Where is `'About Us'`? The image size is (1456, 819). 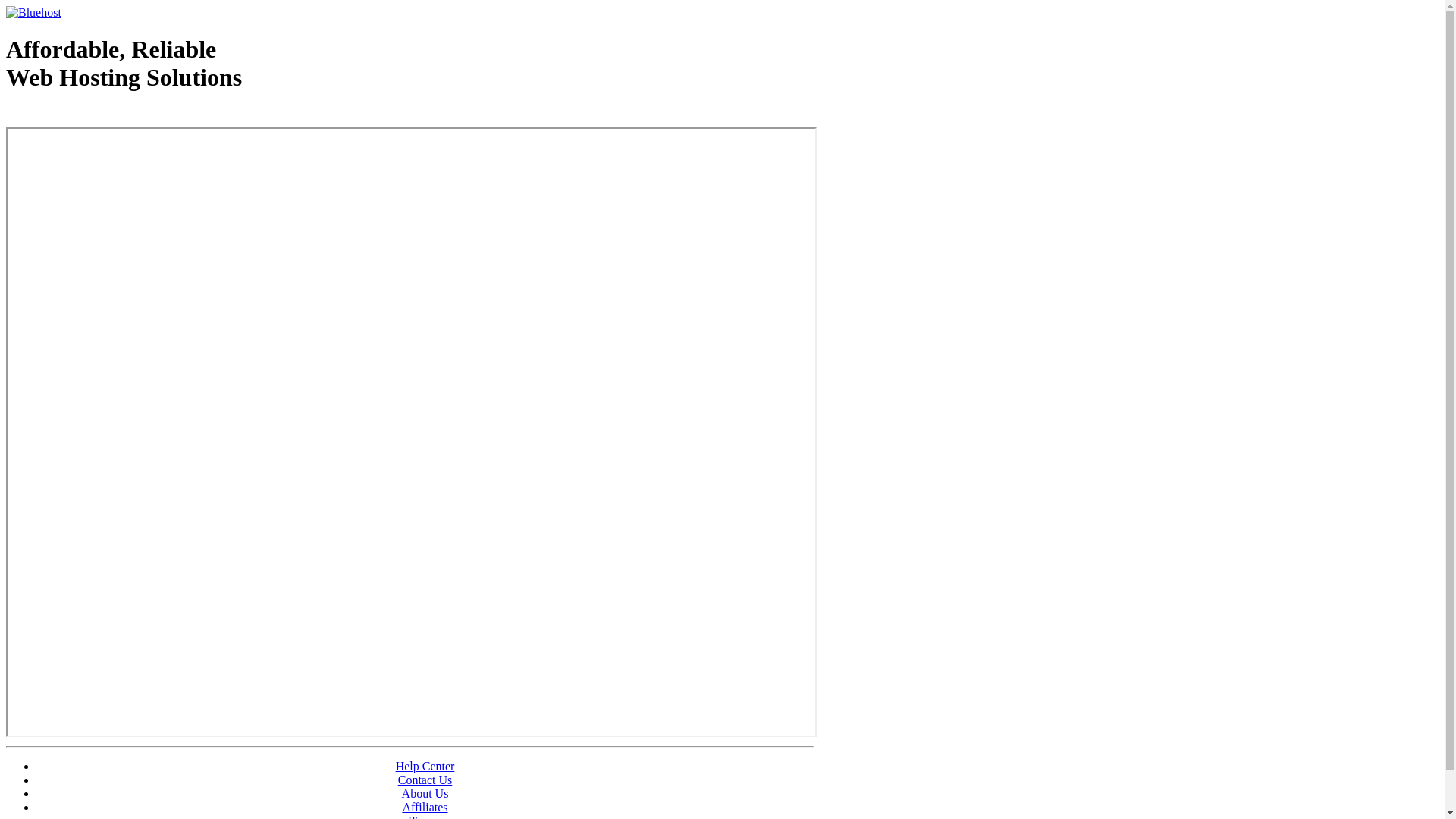
'About Us' is located at coordinates (425, 792).